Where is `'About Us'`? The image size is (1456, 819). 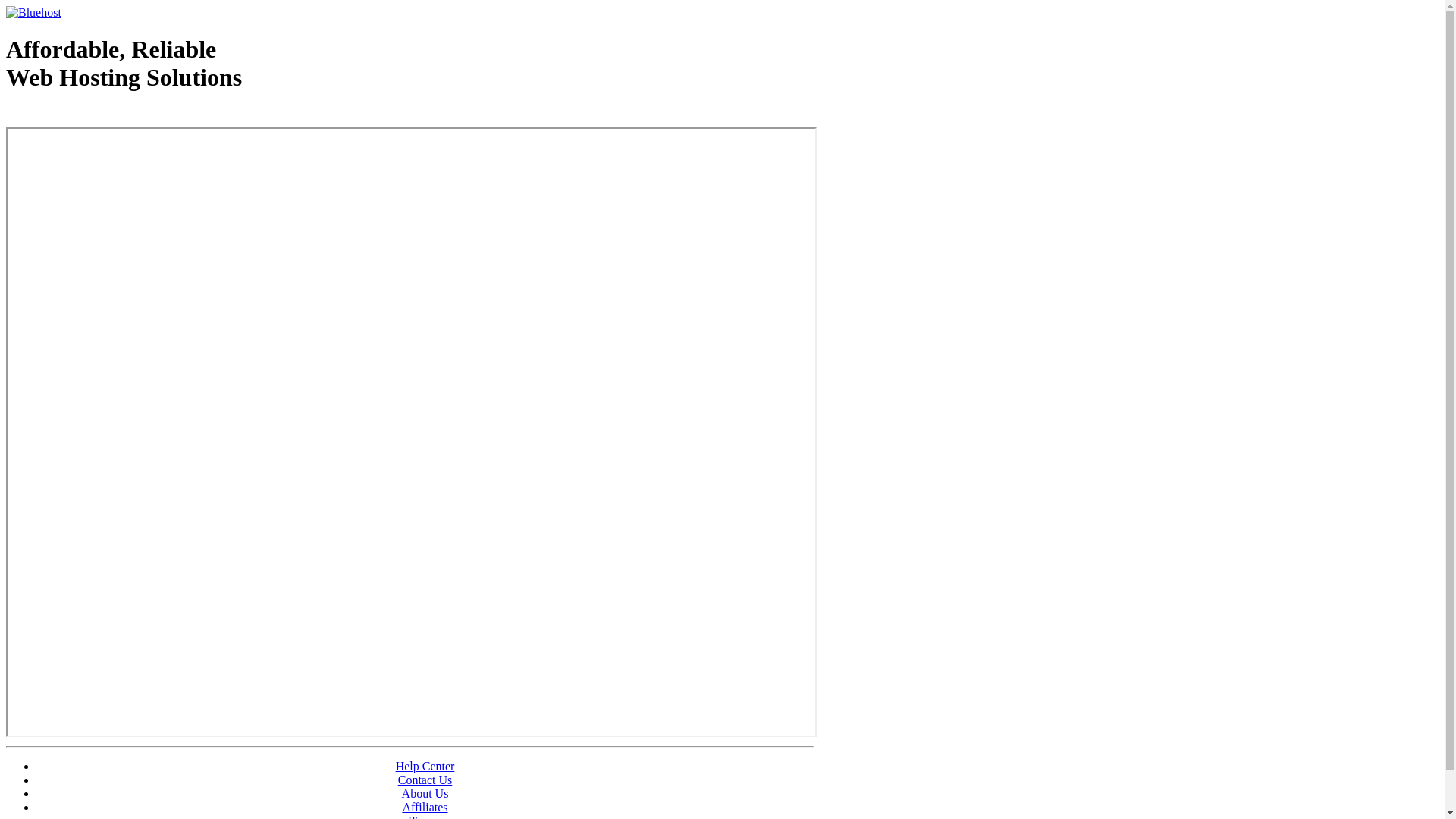
'About Us' is located at coordinates (425, 792).